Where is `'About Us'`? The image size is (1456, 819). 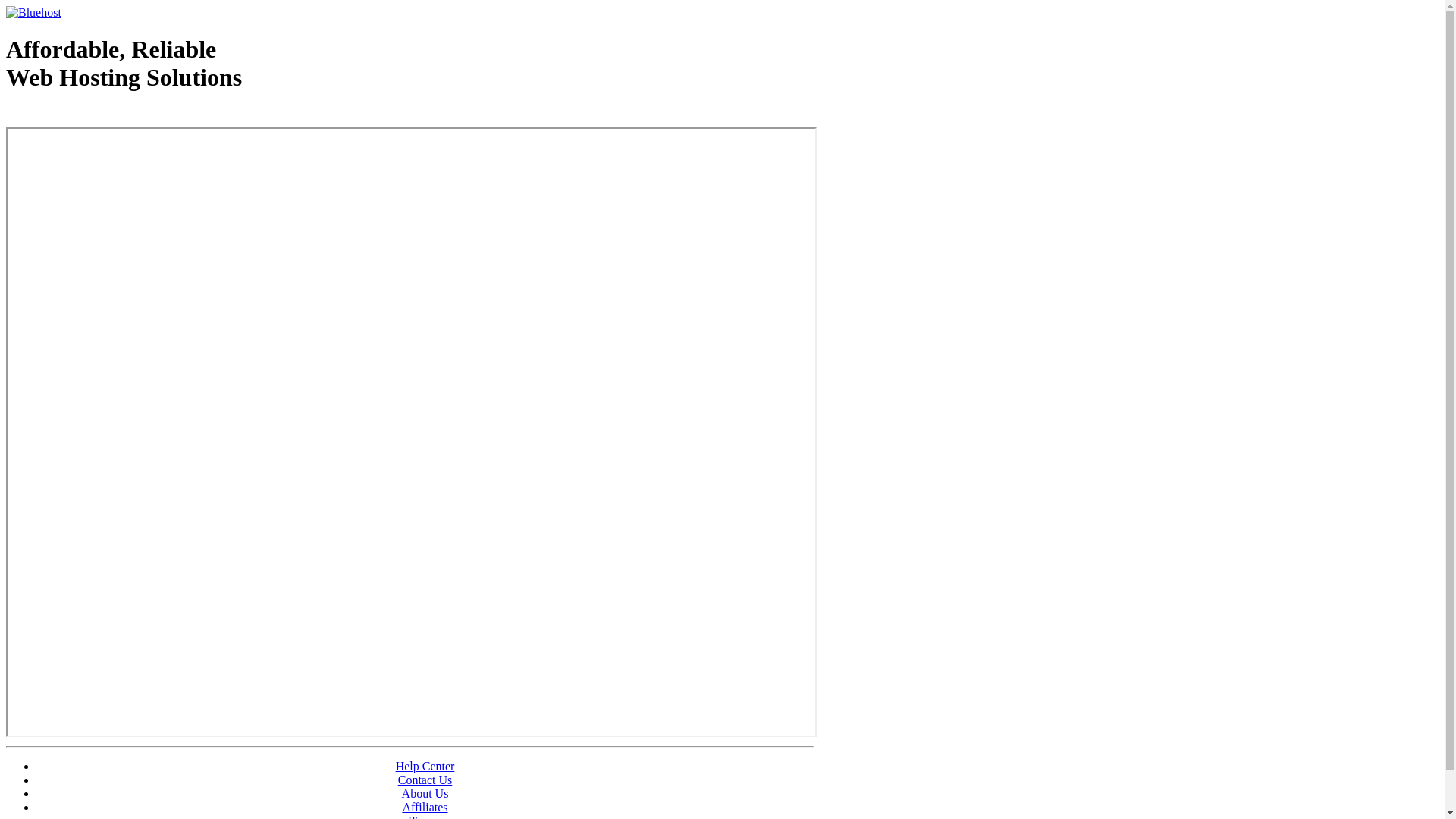
'About Us' is located at coordinates (425, 792).